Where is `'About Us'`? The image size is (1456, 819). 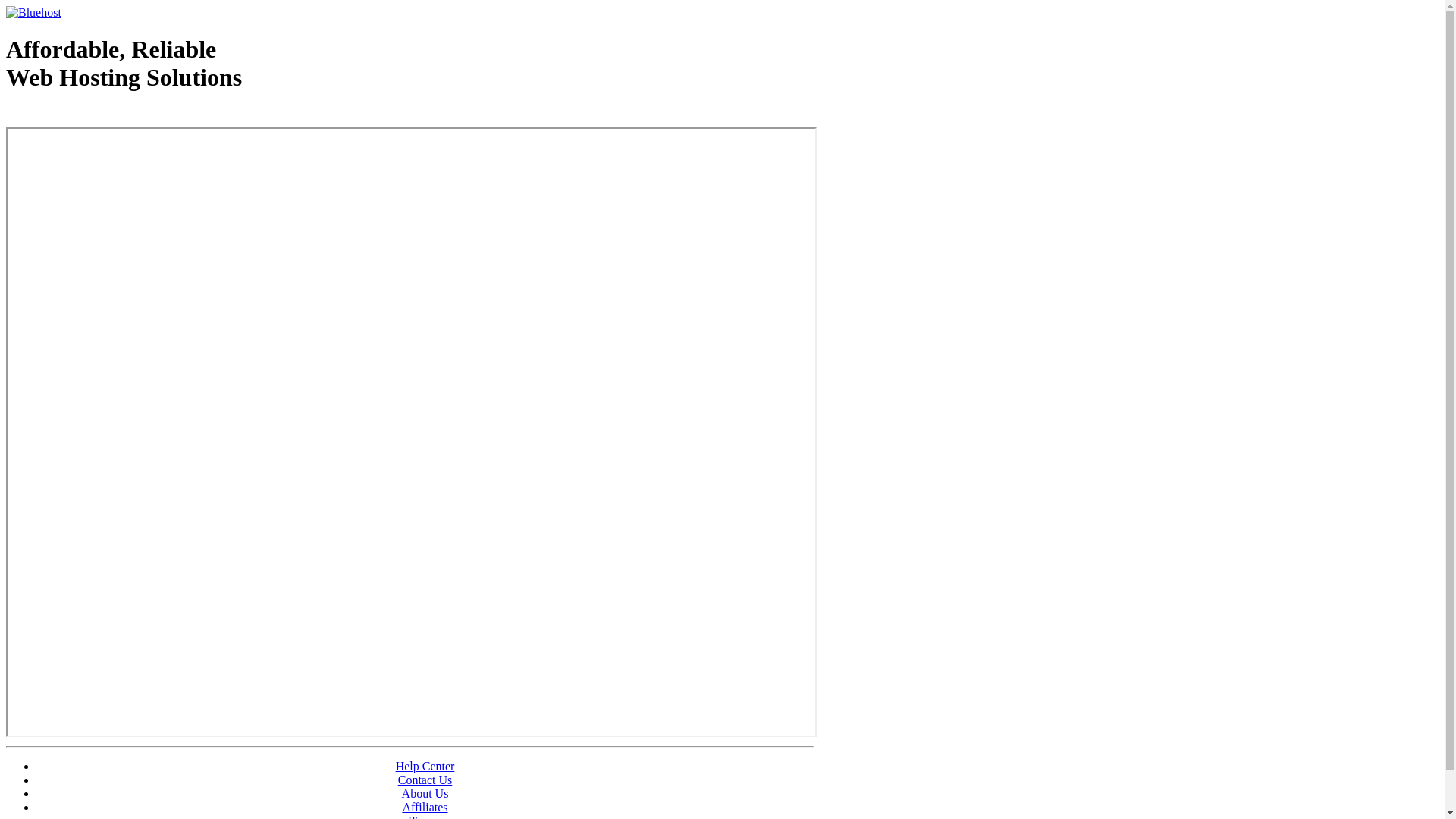
'About Us' is located at coordinates (425, 792).